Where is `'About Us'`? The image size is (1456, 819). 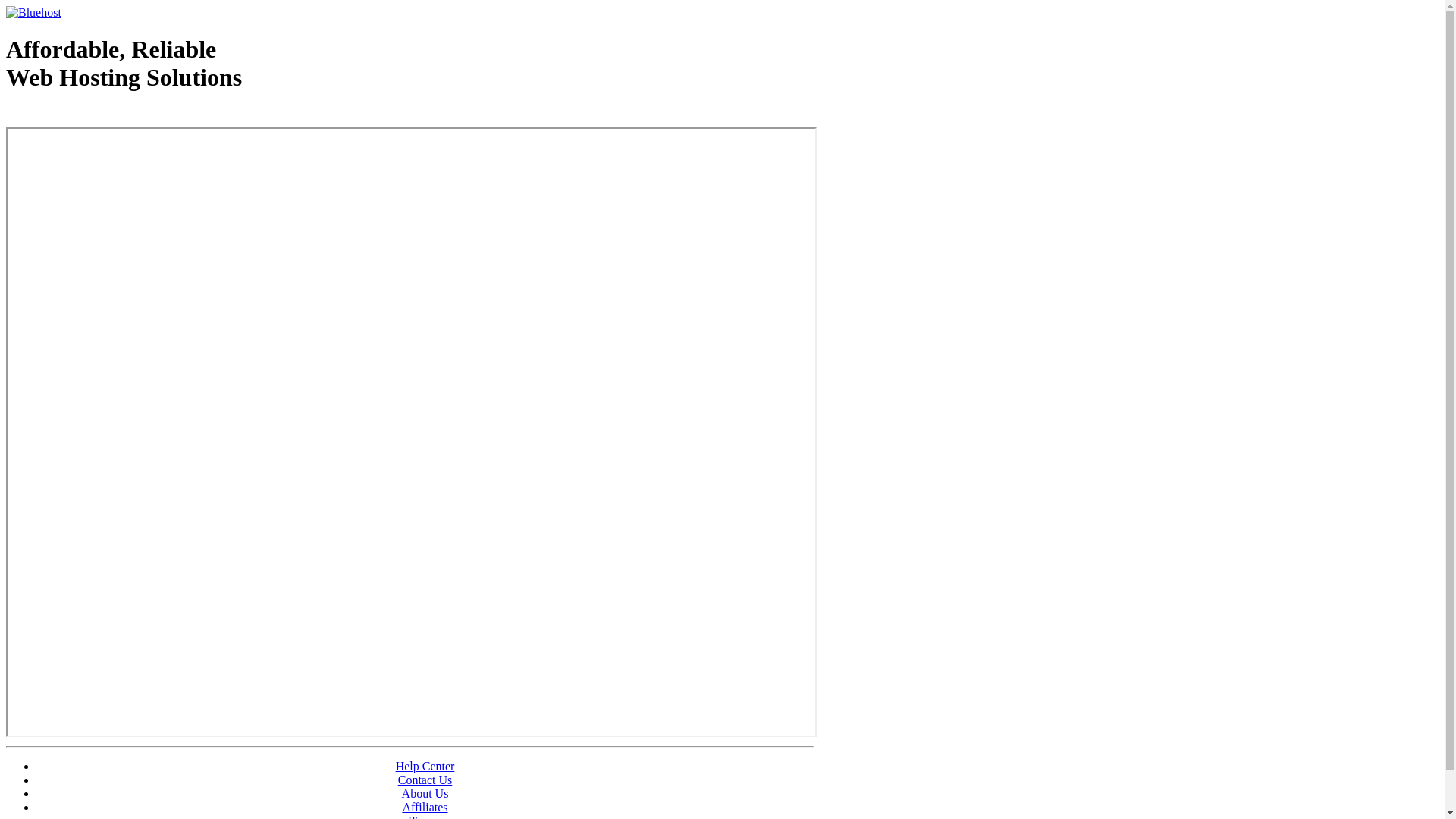
'About Us' is located at coordinates (425, 792).